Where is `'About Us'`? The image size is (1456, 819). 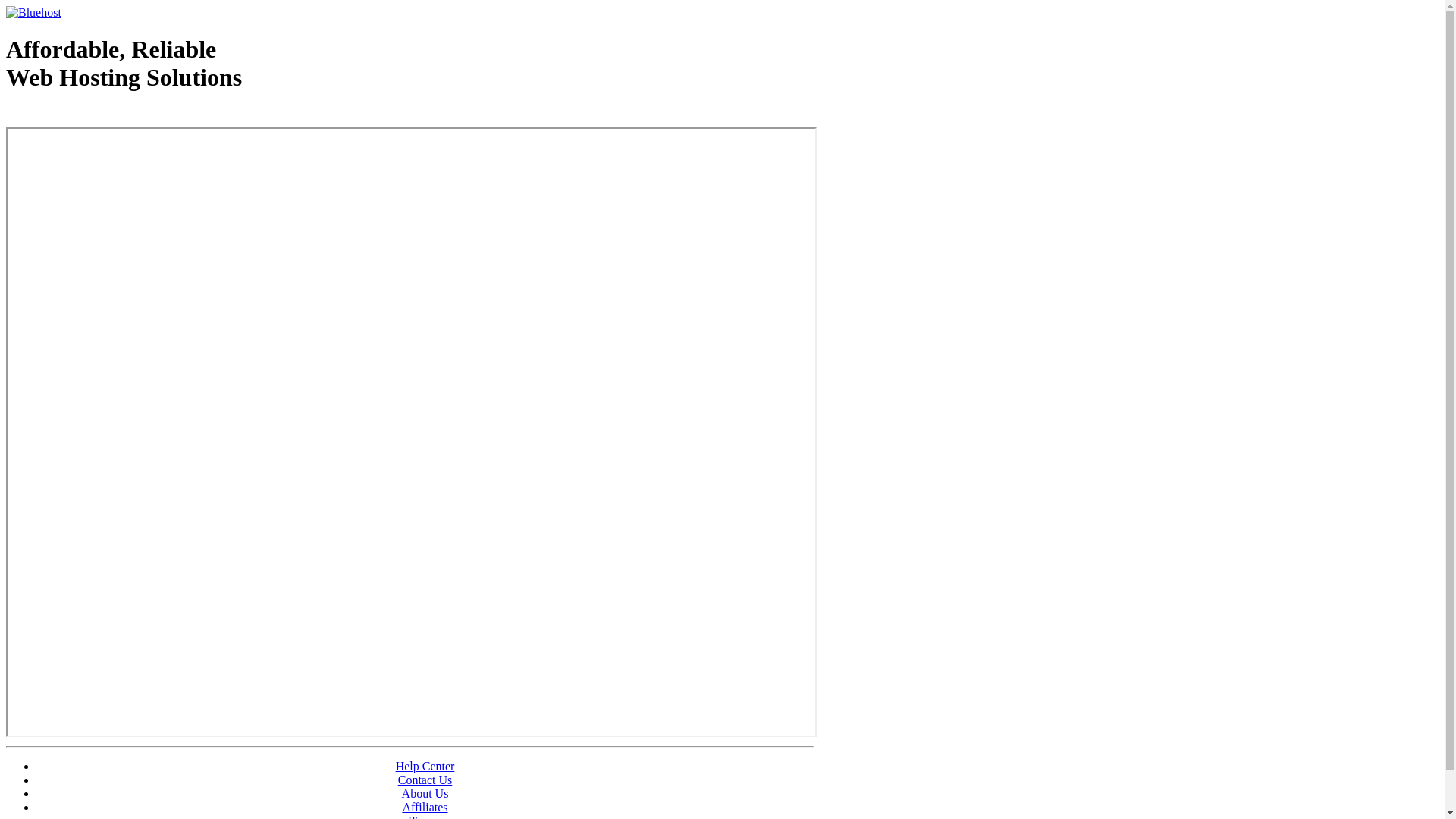
'About Us' is located at coordinates (425, 792).